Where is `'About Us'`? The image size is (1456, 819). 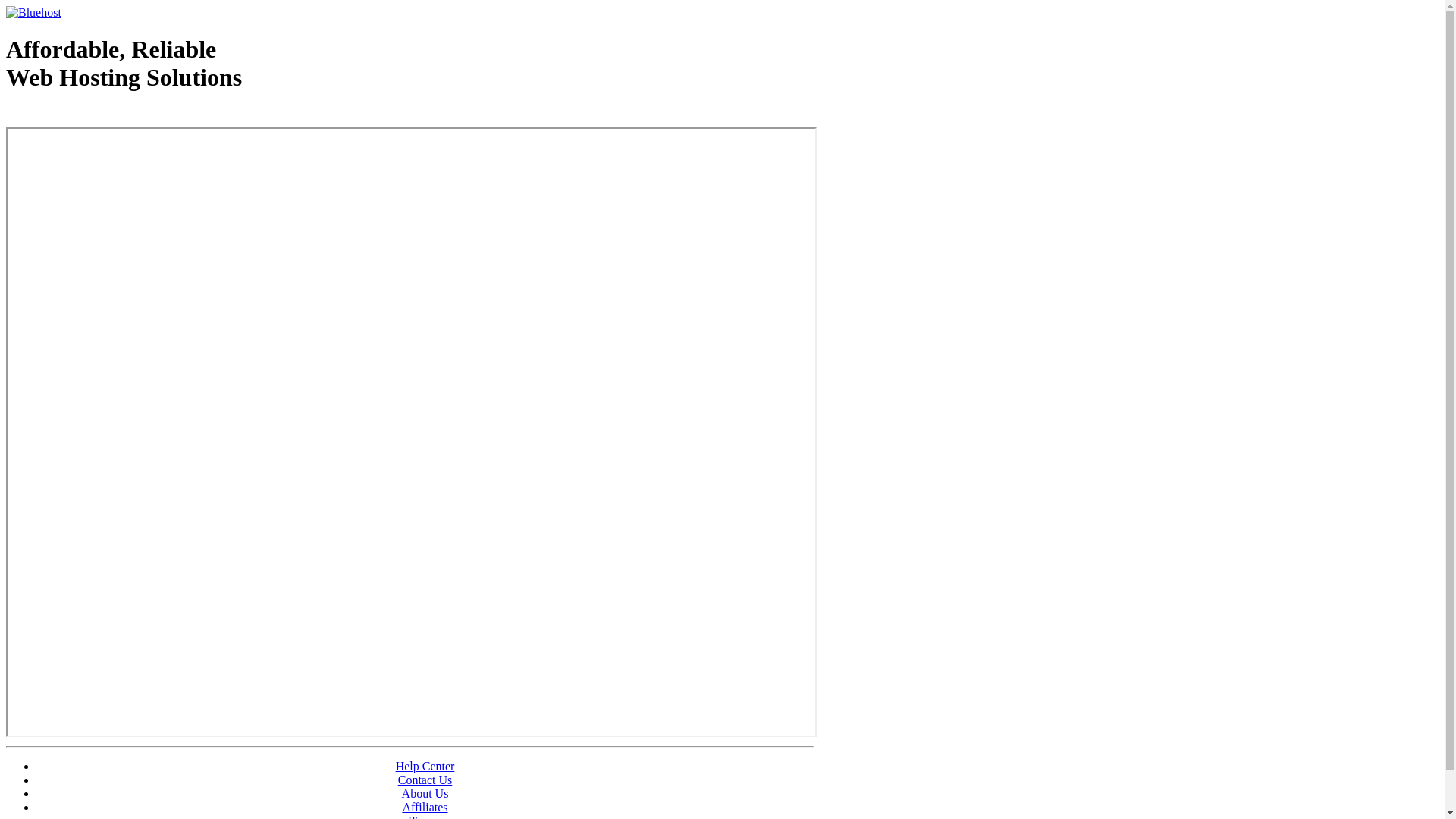
'About Us' is located at coordinates (425, 792).